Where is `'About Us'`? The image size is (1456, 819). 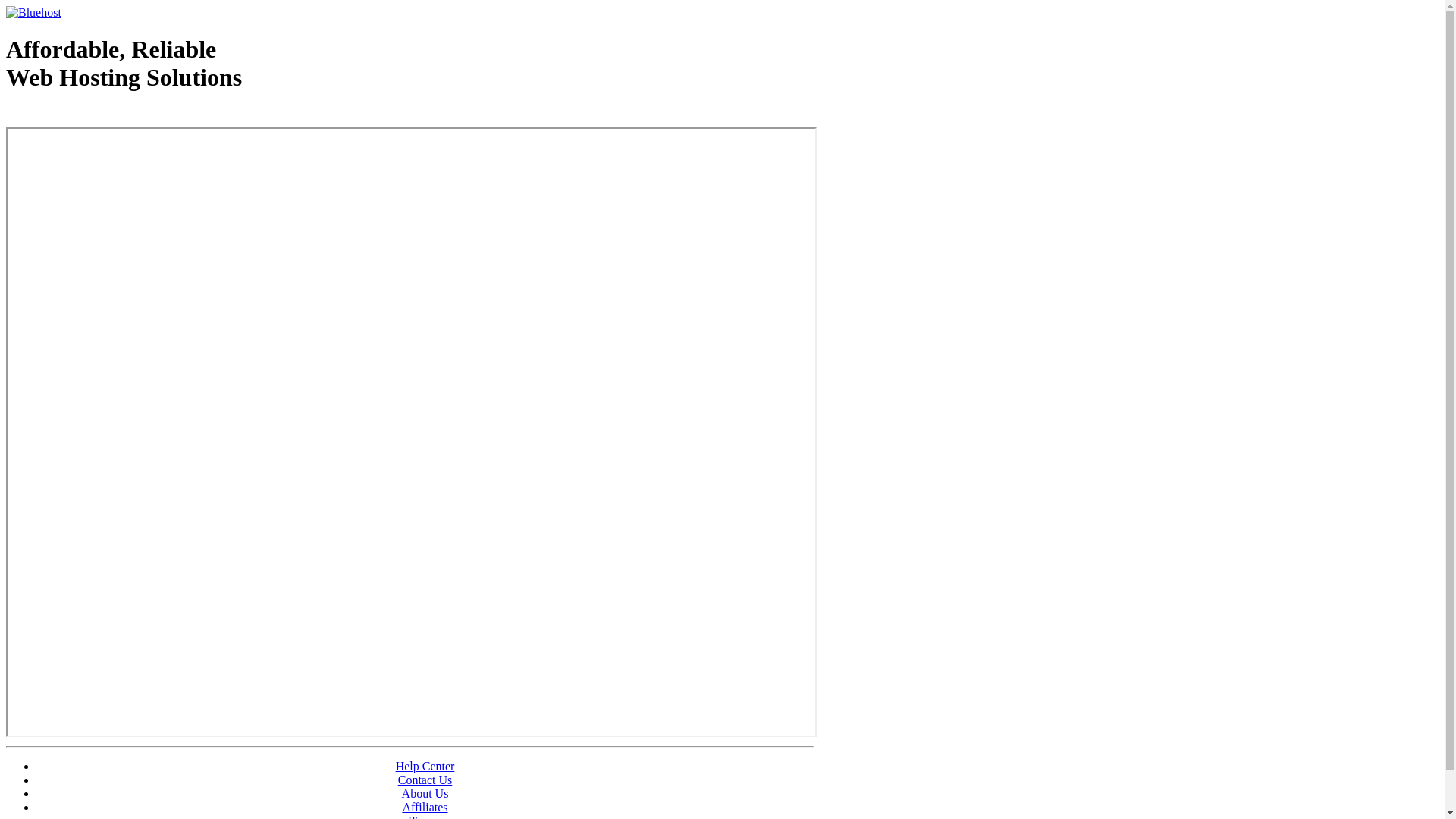
'About Us' is located at coordinates (425, 792).